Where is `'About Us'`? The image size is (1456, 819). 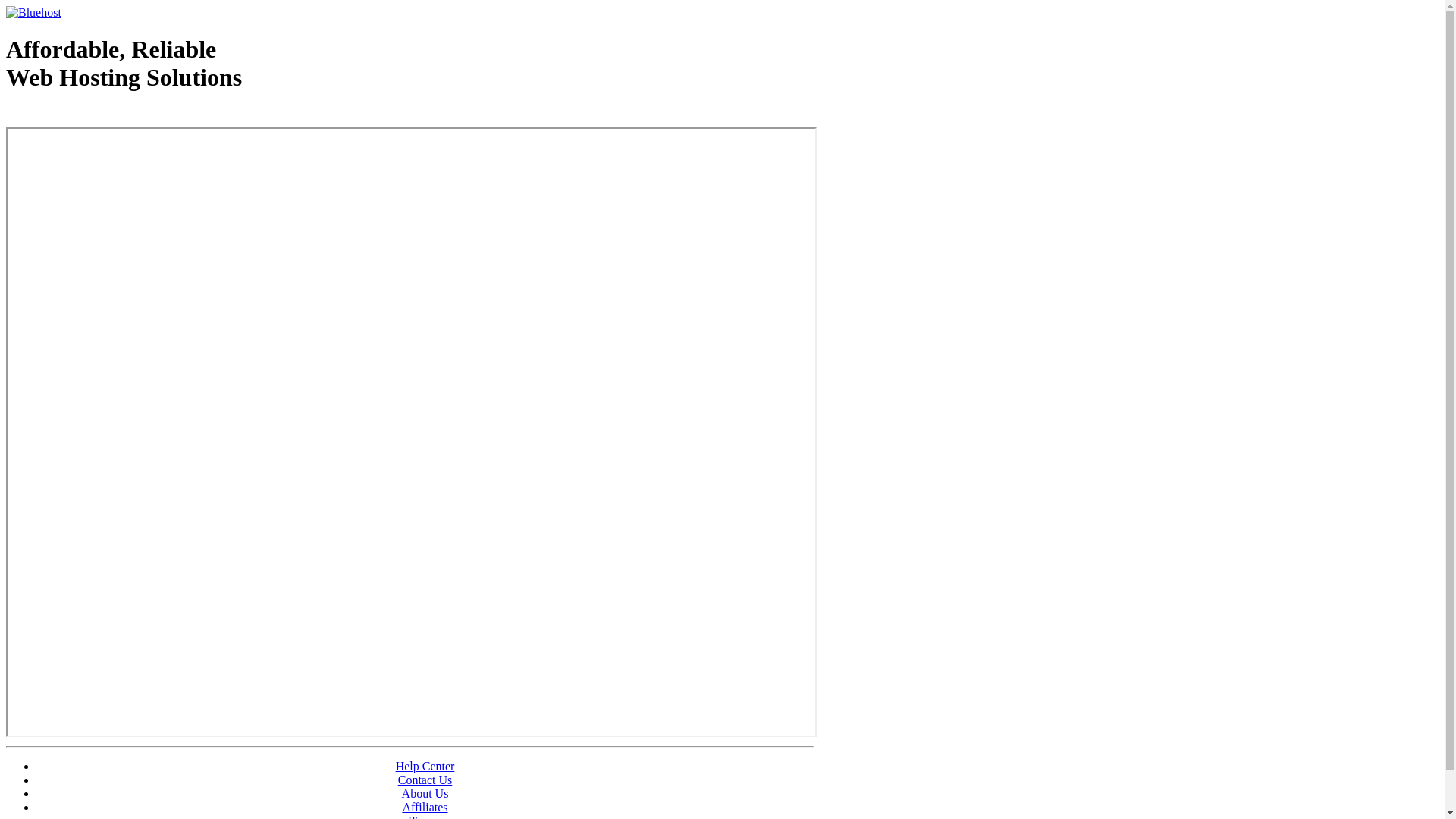
'About Us' is located at coordinates (425, 792).